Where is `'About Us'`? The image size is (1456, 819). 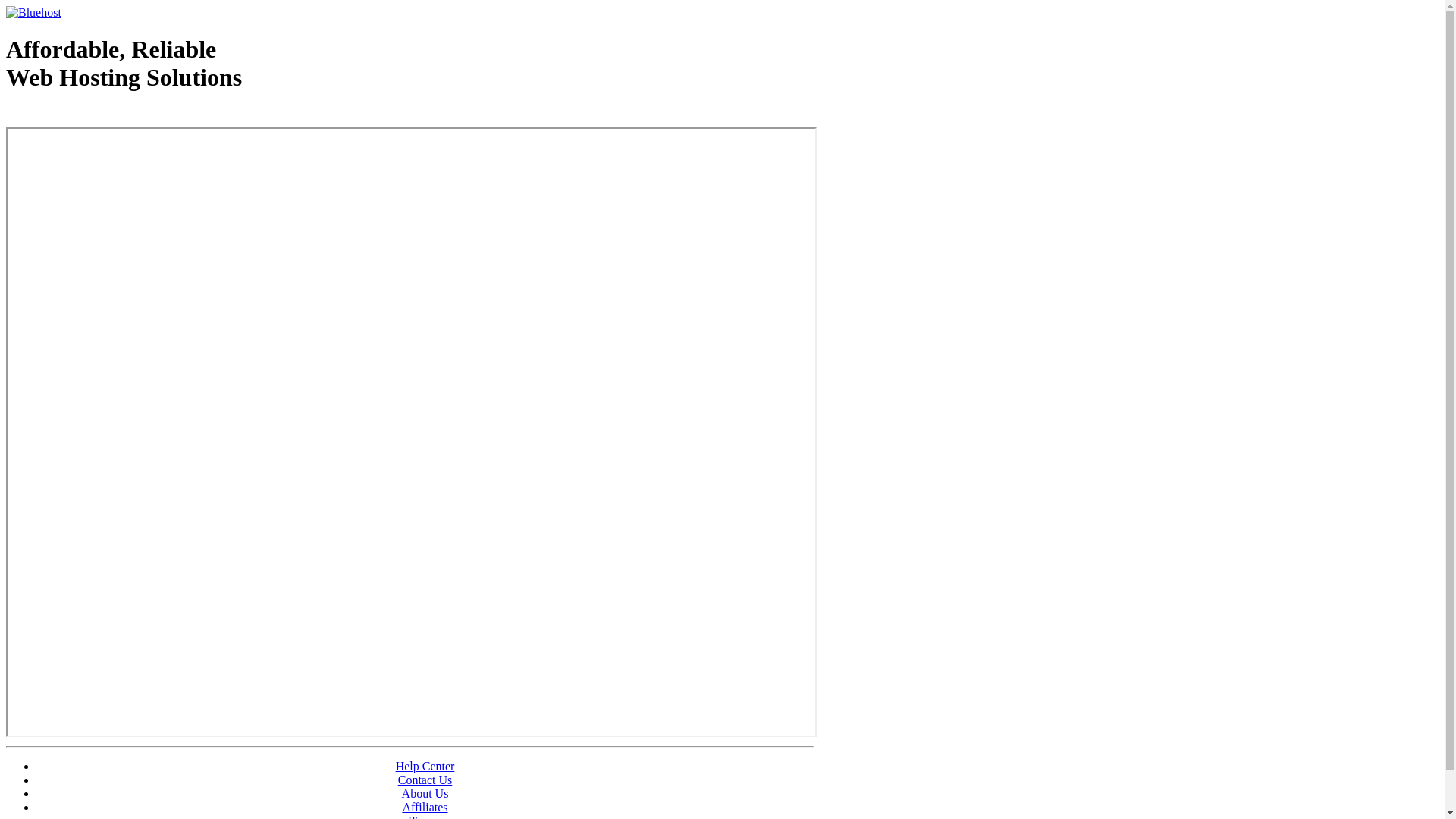
'About Us' is located at coordinates (425, 792).